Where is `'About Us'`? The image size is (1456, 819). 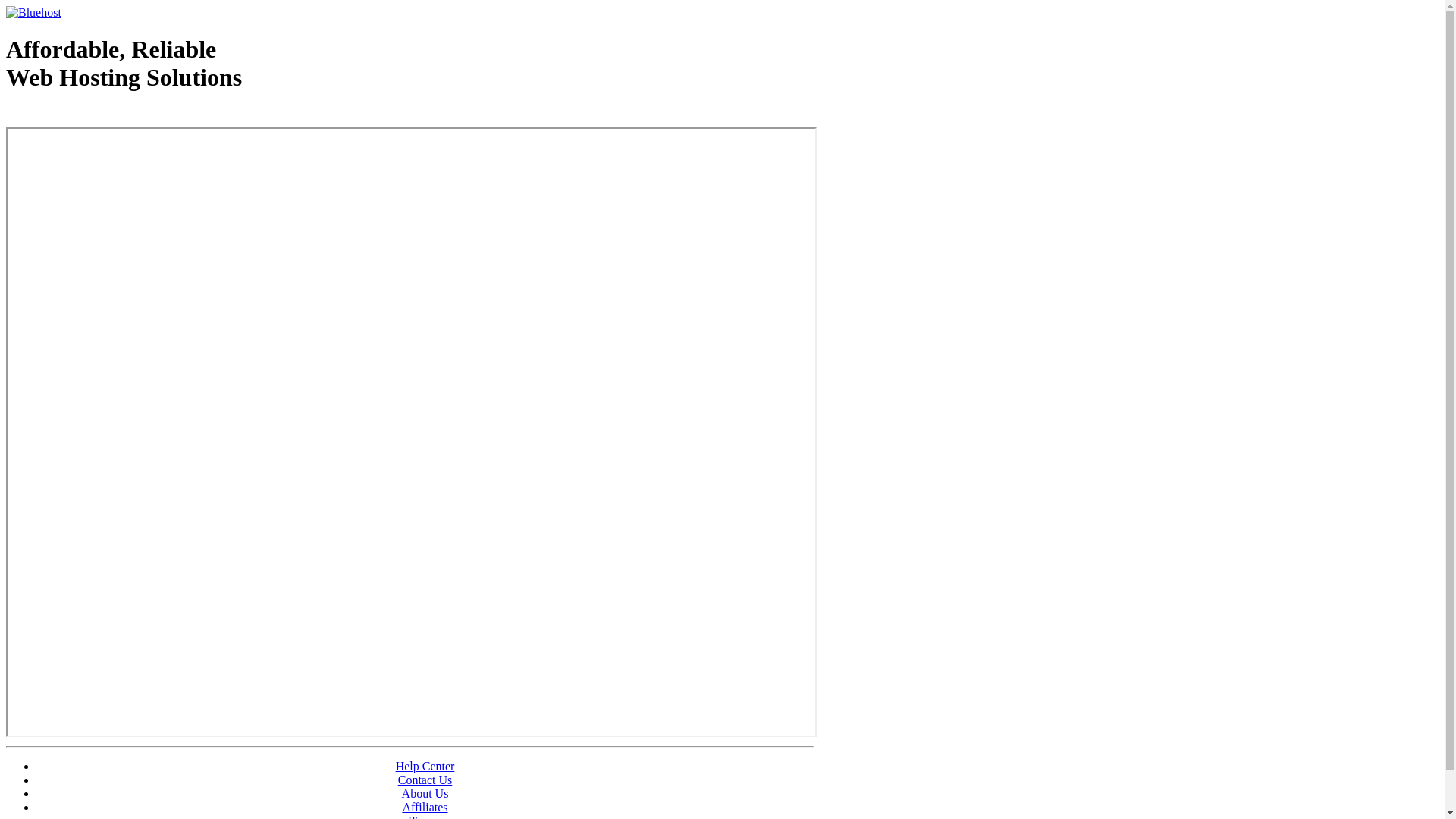
'About Us' is located at coordinates (425, 792).